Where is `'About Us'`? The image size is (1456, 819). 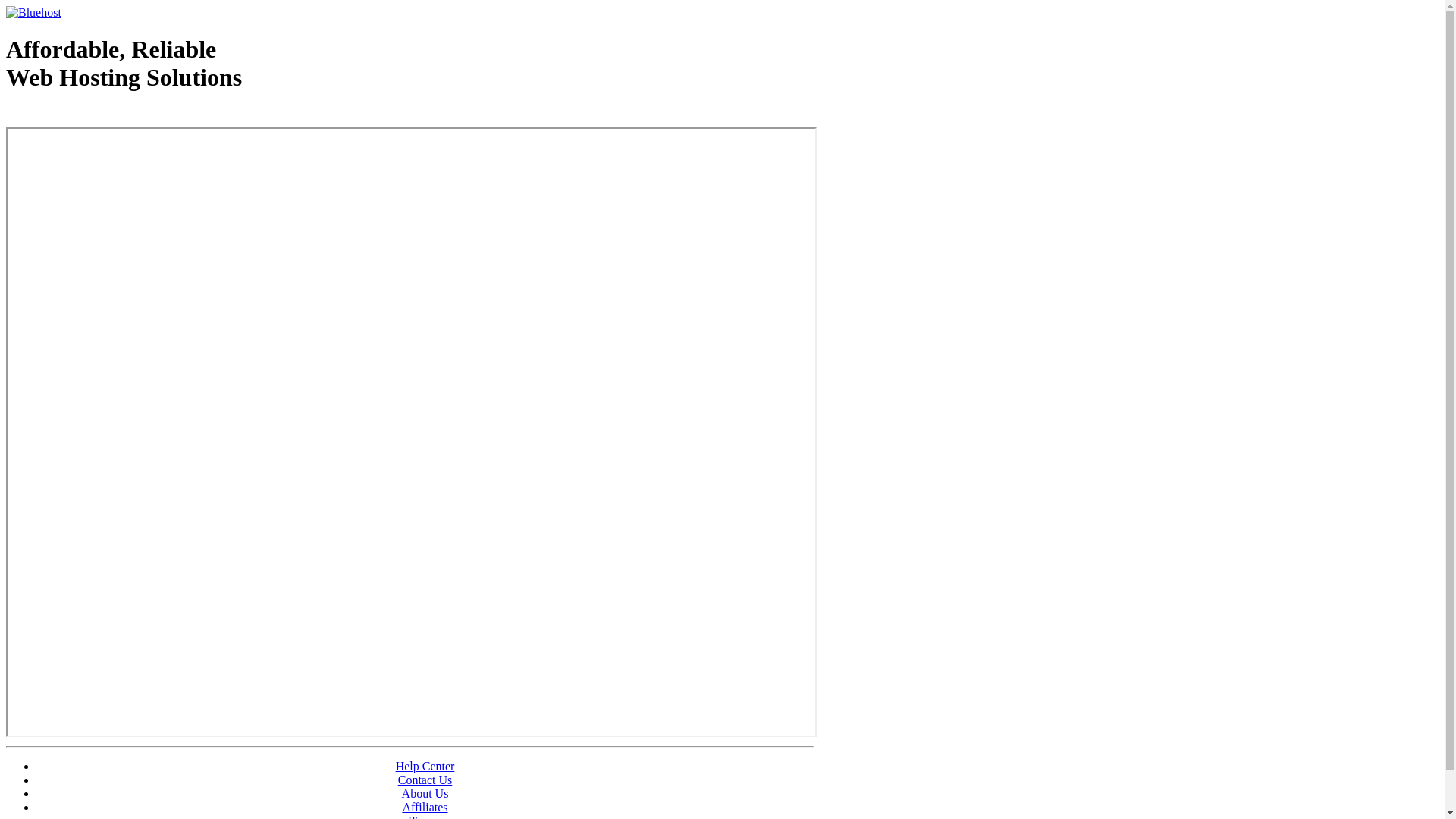
'About Us' is located at coordinates (425, 792).